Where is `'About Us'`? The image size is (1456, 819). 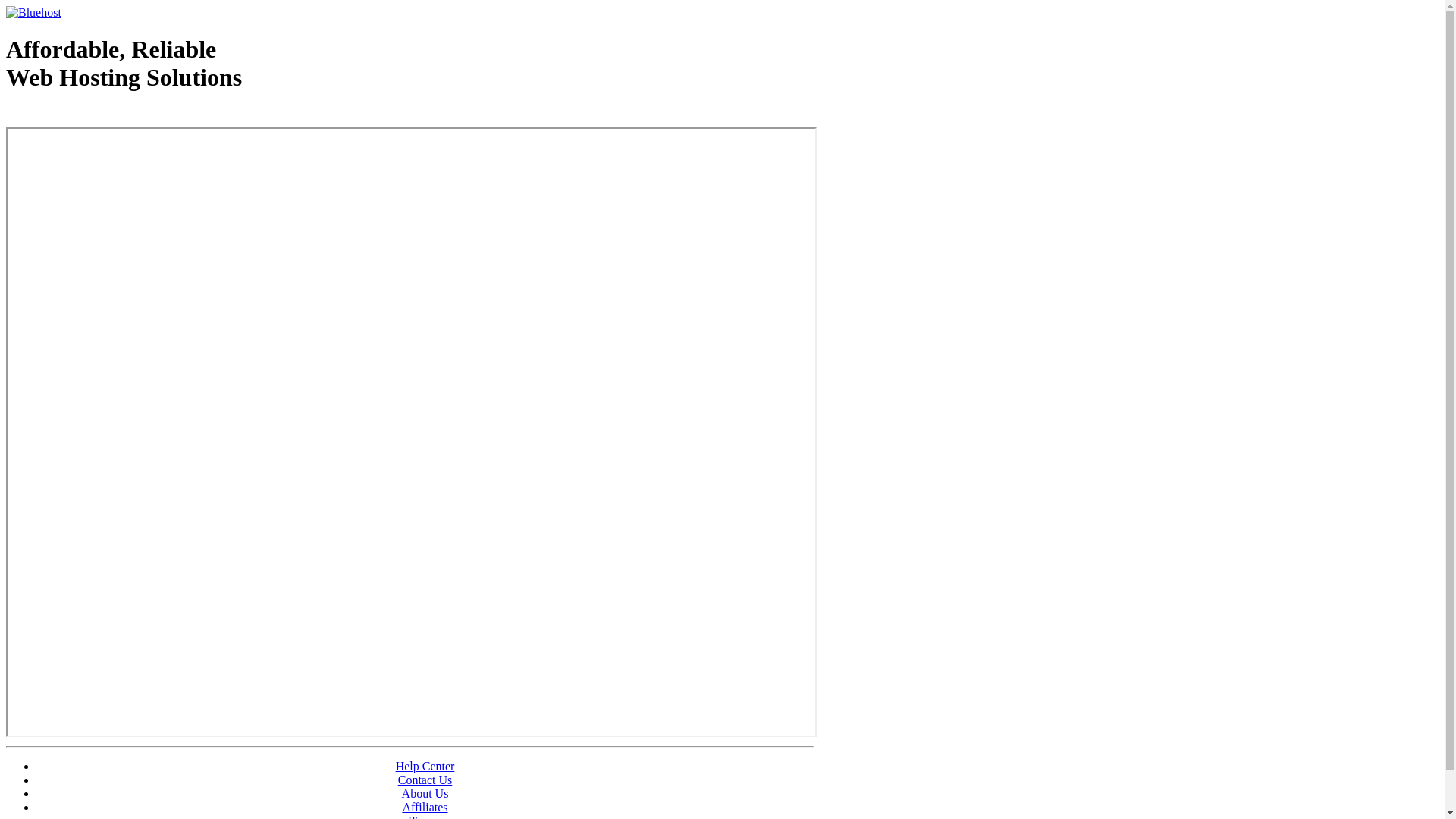
'About Us' is located at coordinates (425, 792).